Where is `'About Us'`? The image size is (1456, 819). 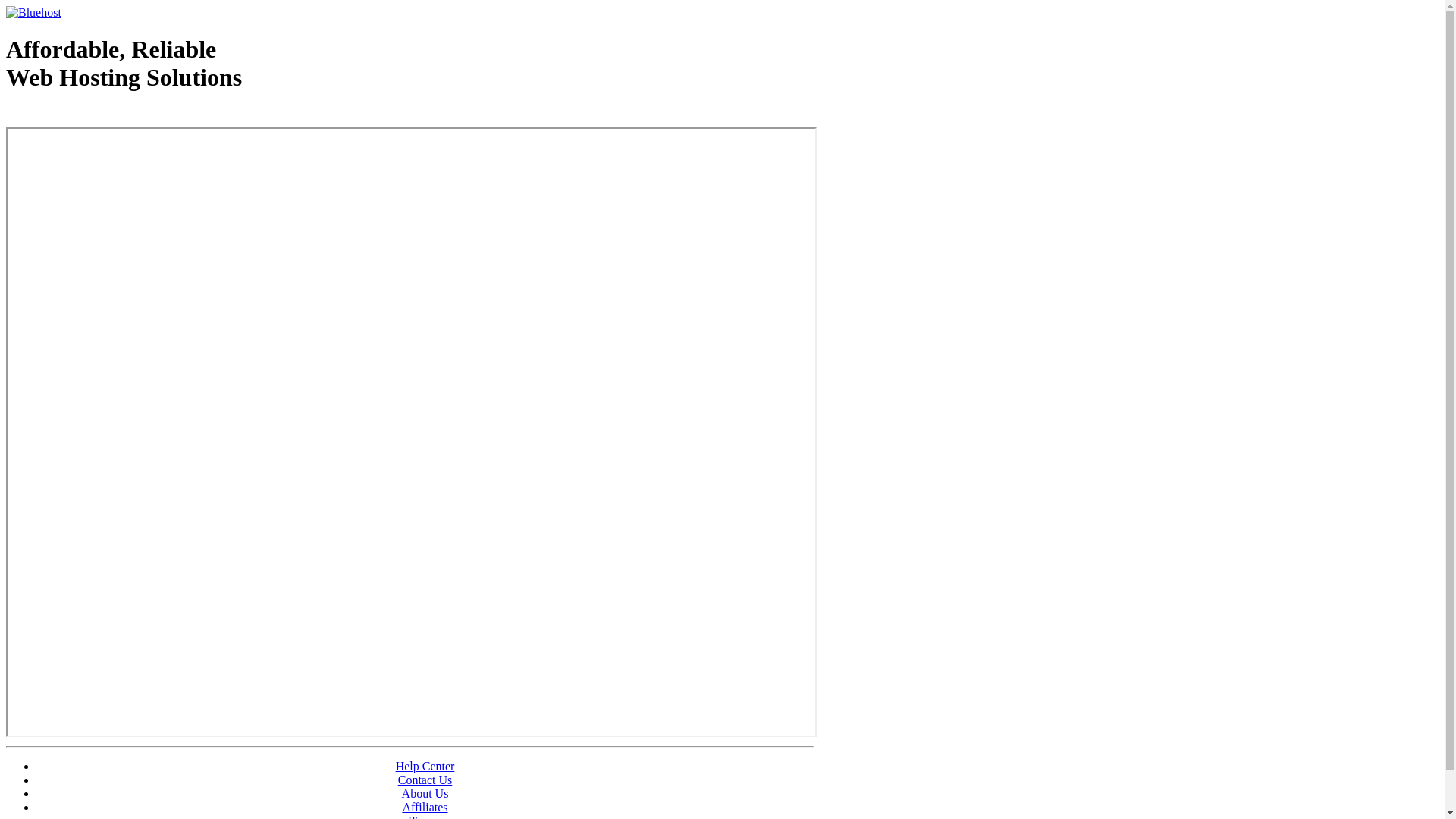
'About Us' is located at coordinates (425, 792).